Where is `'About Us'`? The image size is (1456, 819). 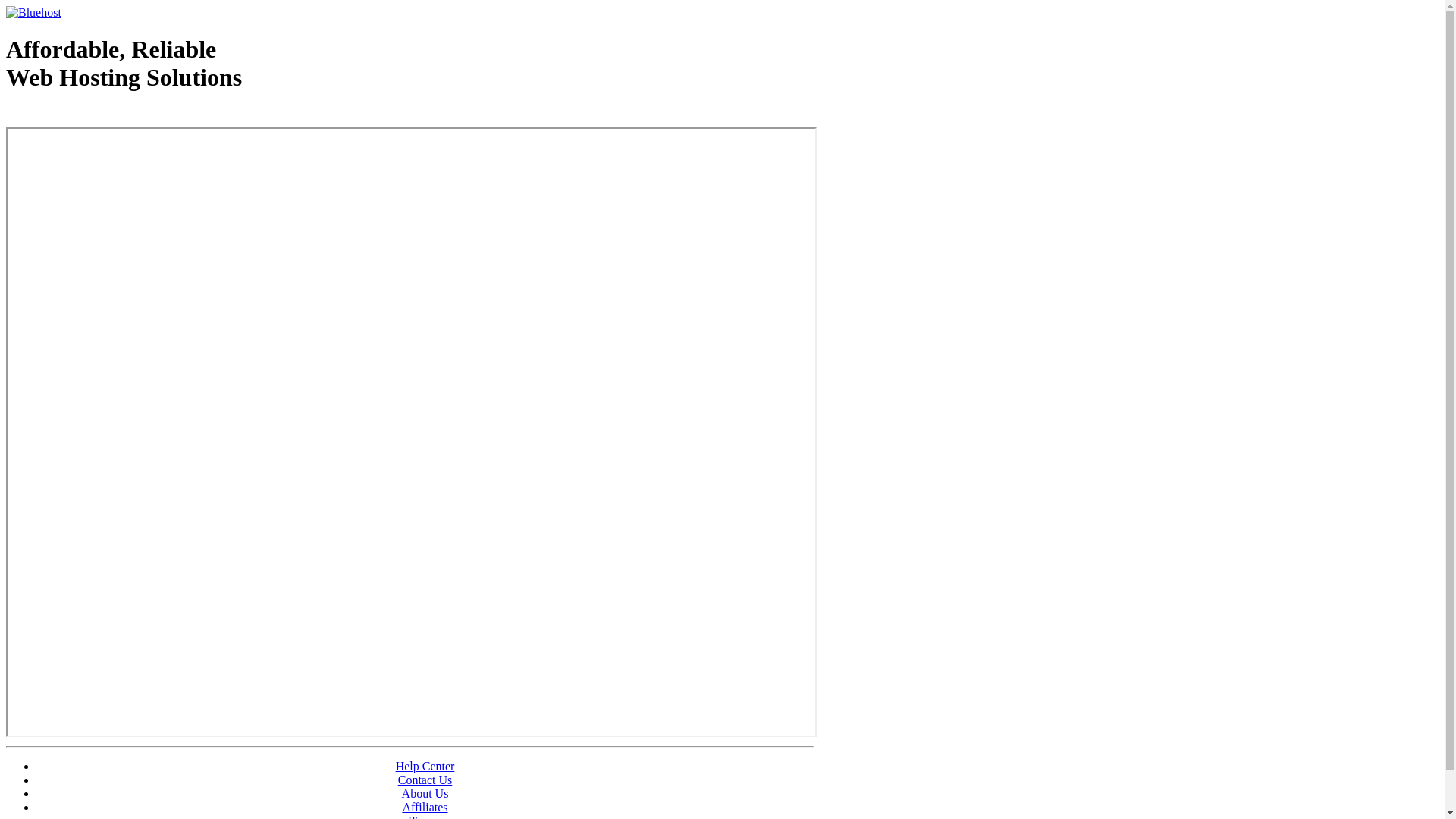
'About Us' is located at coordinates (425, 792).